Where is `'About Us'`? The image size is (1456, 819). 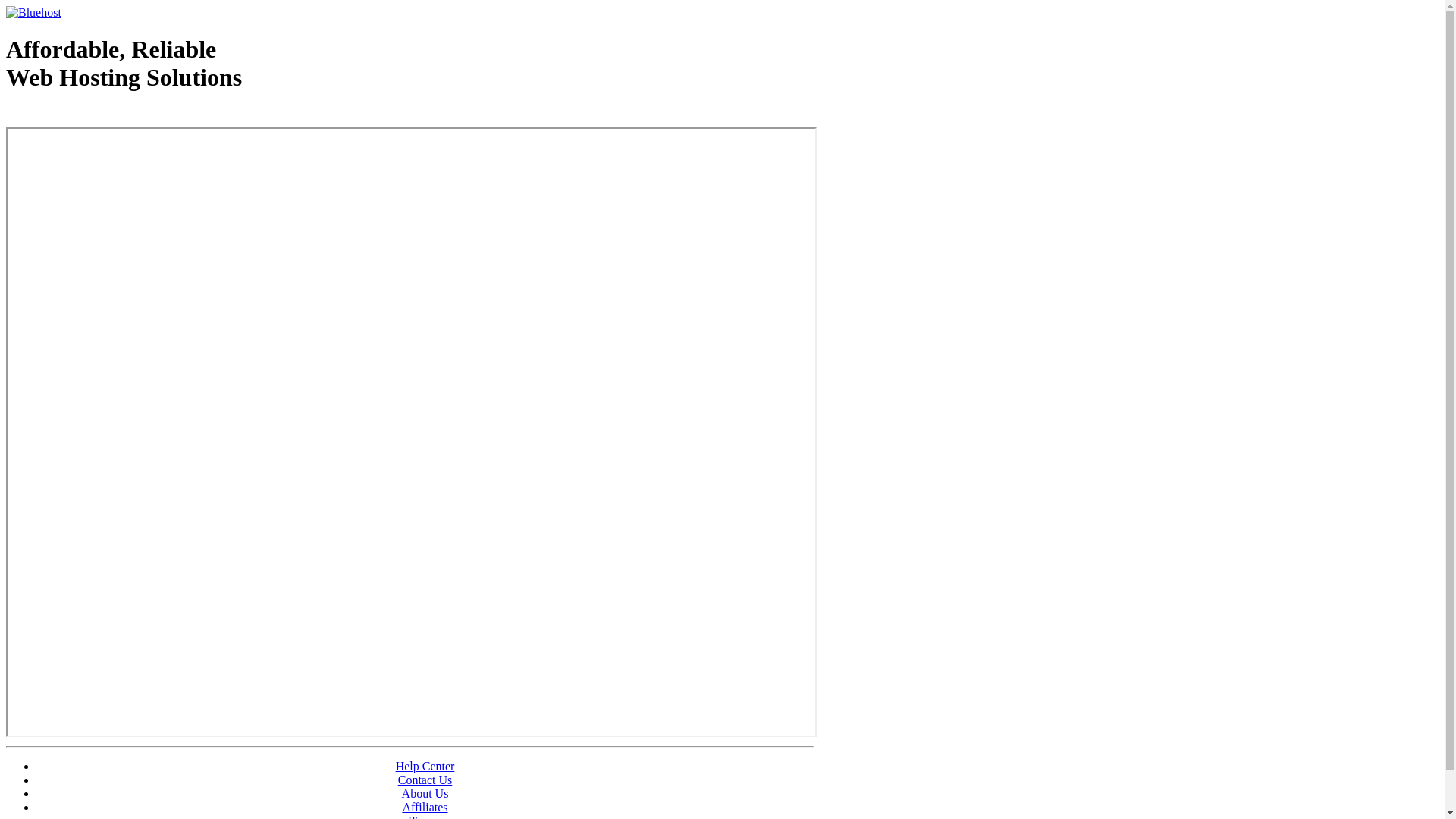
'About Us' is located at coordinates (425, 792).